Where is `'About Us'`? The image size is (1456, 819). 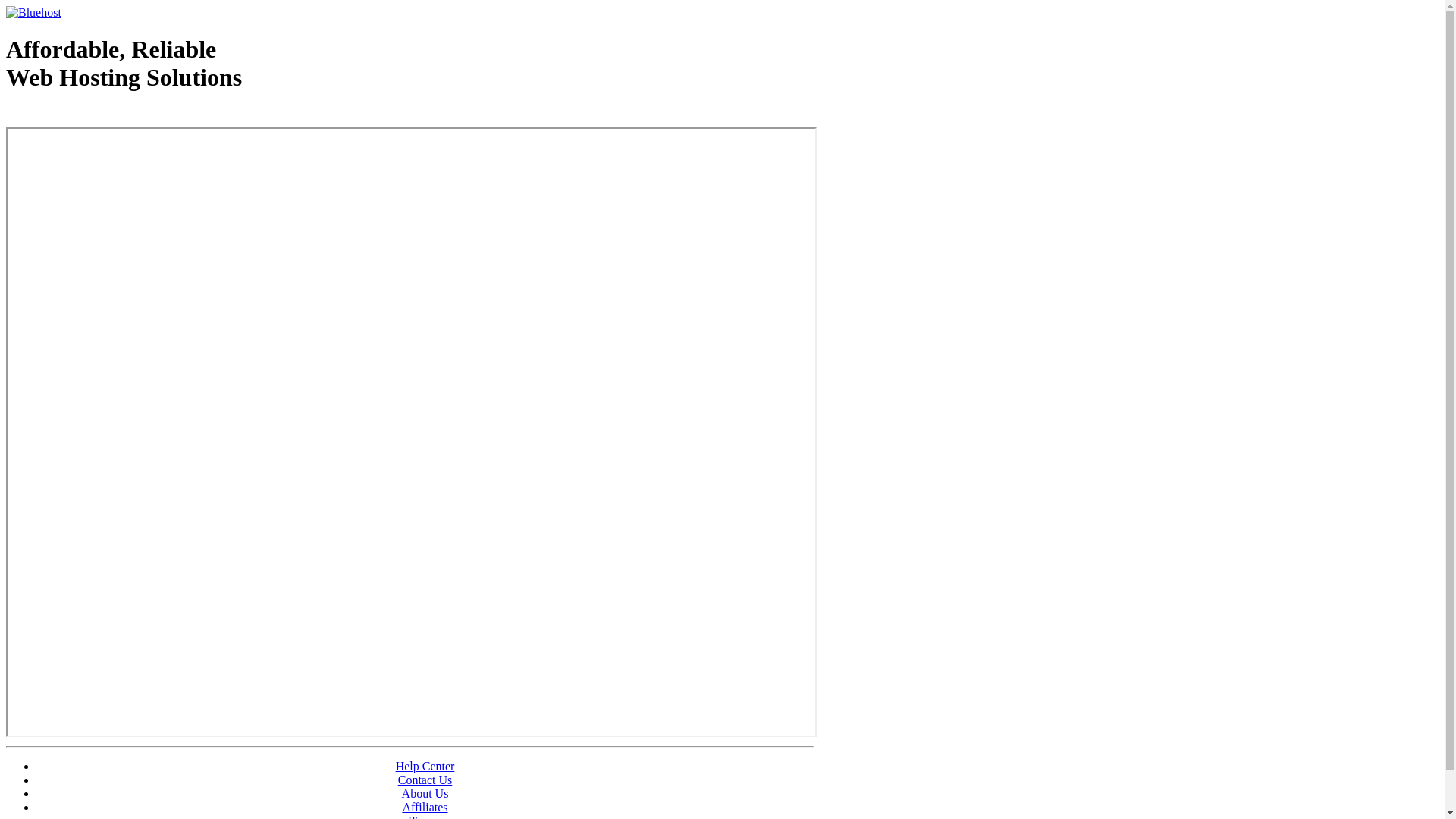
'About Us' is located at coordinates (425, 792).